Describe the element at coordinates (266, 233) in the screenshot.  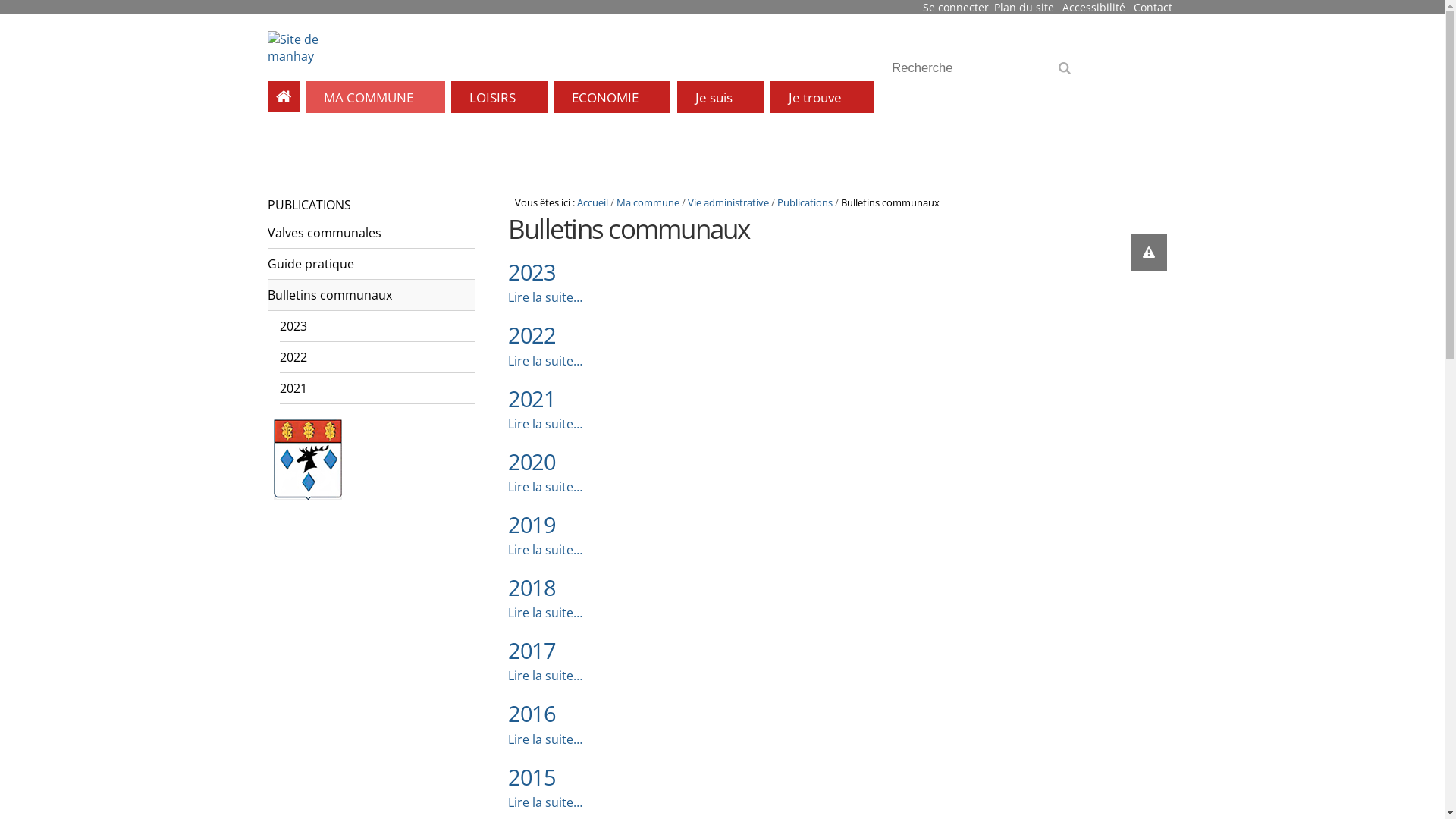
I see `'Valves communales'` at that location.